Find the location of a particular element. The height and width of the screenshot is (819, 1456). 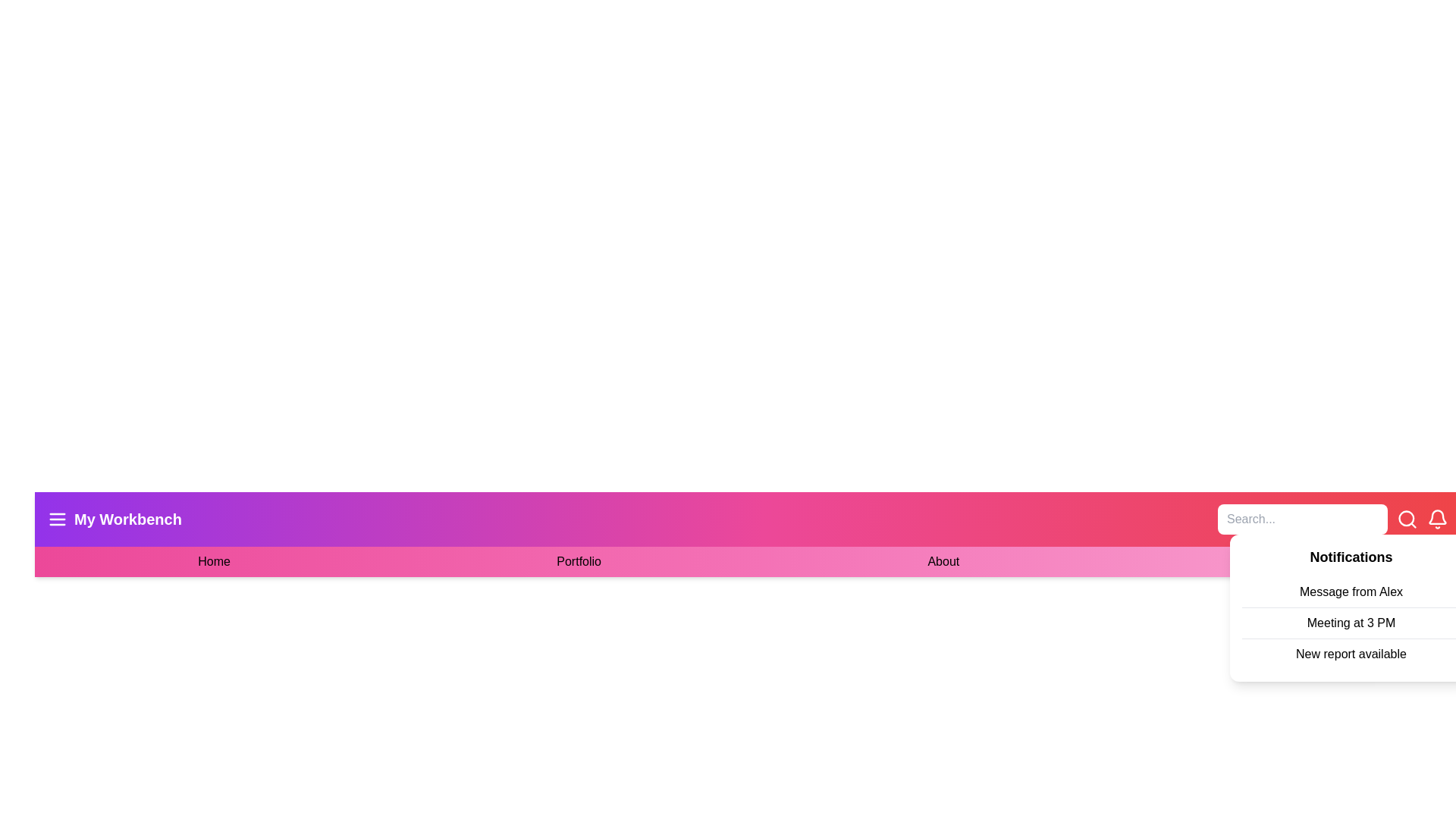

the 'About' text-based navigation link to underline the text, which is styled with a hover effect is located at coordinates (943, 561).